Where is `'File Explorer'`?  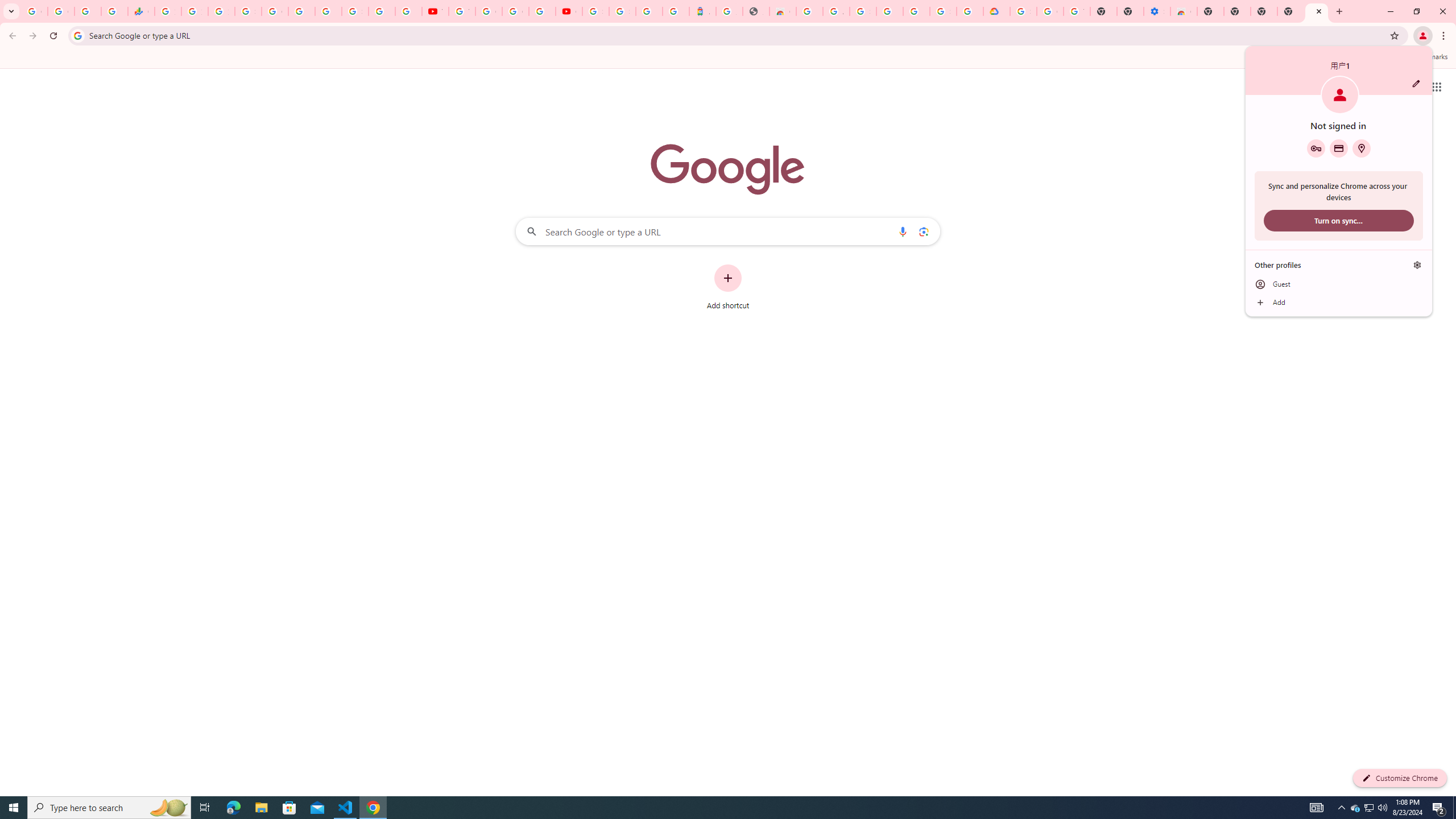 'File Explorer' is located at coordinates (260, 806).